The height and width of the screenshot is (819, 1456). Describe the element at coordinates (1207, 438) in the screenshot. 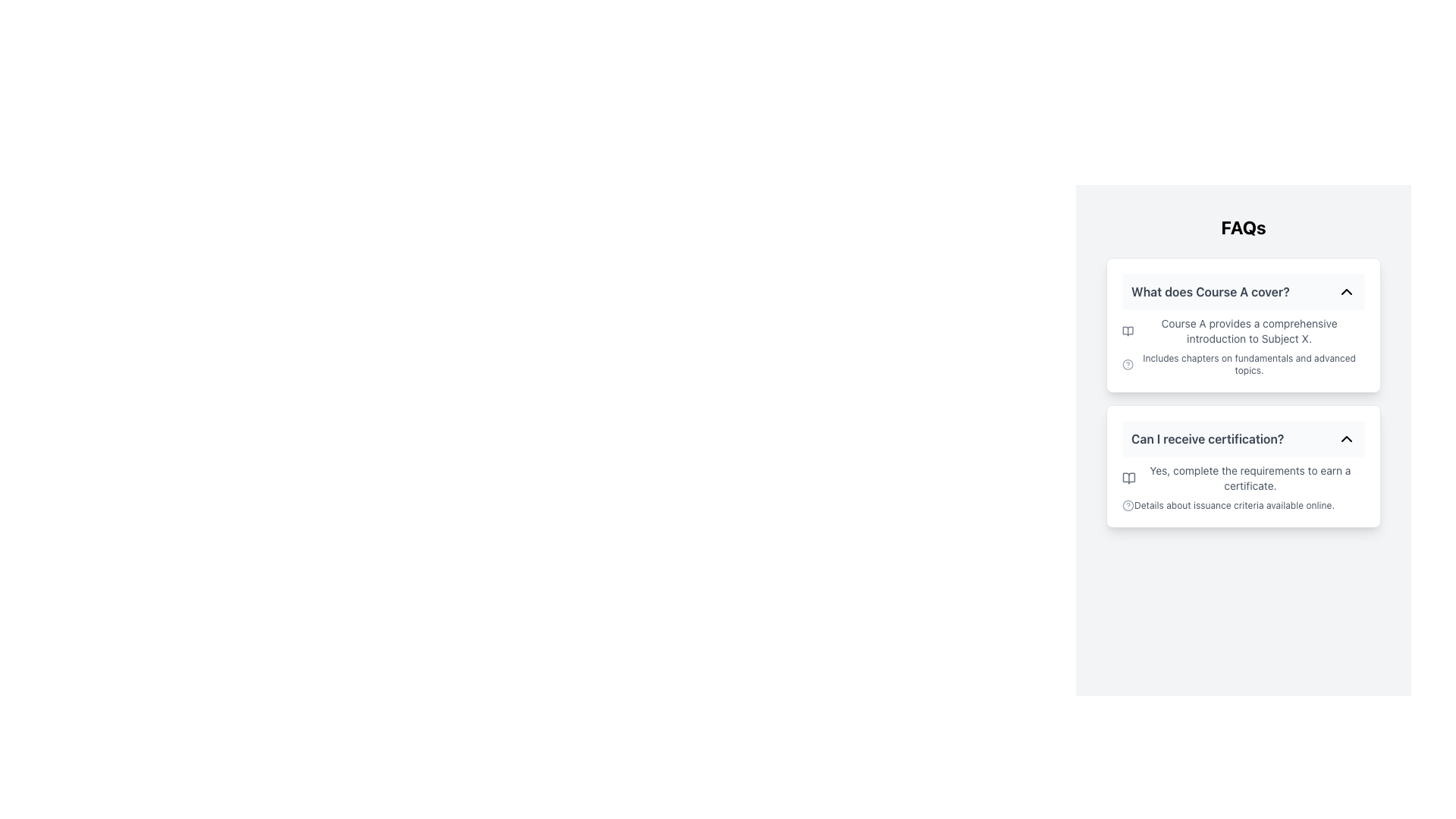

I see `the content of the text label located in the second collapsible section of the FAQ list, which serves as a summary or label for the section` at that location.